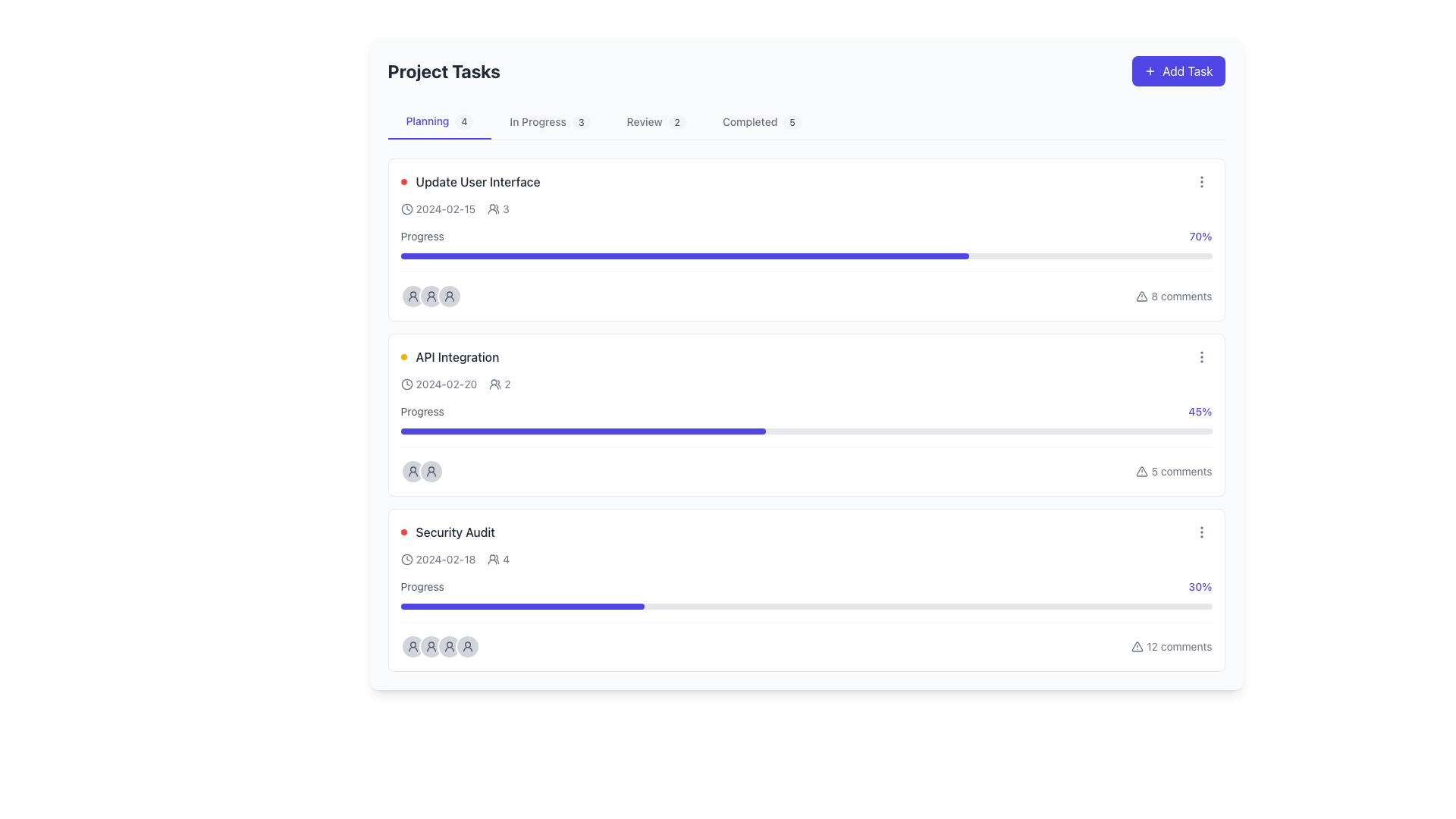 The image size is (1456, 819). What do you see at coordinates (448, 646) in the screenshot?
I see `the third user avatar from the left in the row of user avatars at the bottom of the 'Security Audit' task section, which features a circular design with a gray background and a thin white border` at bounding box center [448, 646].